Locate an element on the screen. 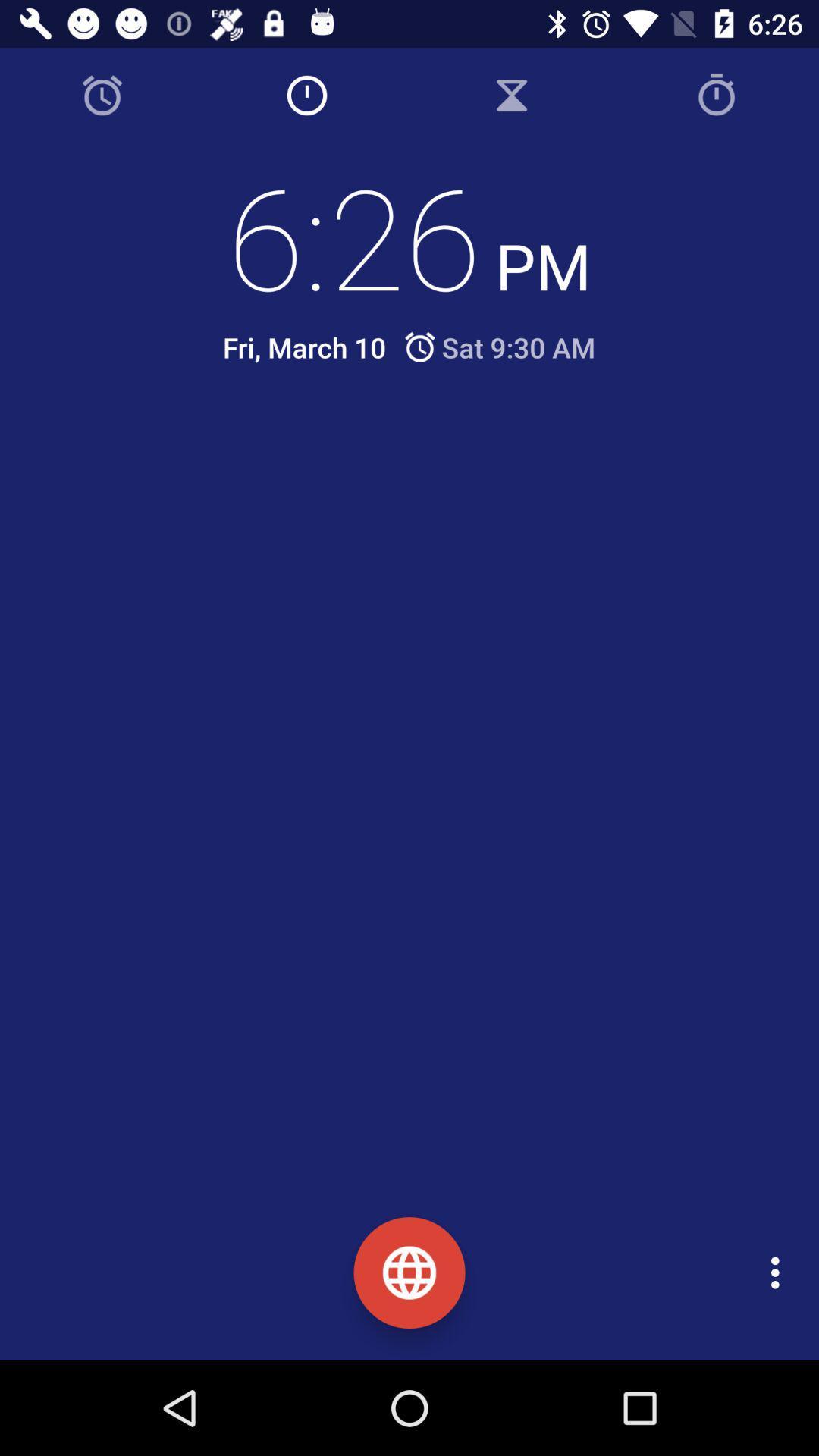 The width and height of the screenshot is (819, 1456). sat 9 30 item is located at coordinates (498, 347).